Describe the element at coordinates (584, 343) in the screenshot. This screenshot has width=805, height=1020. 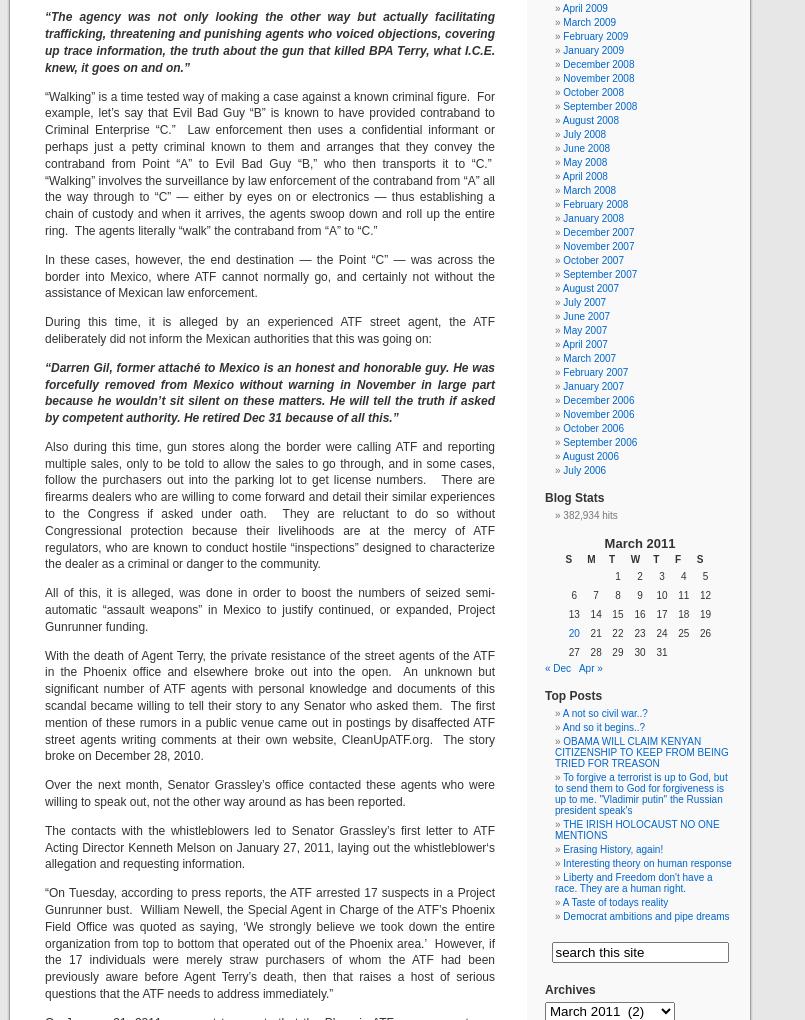
I see `'April 2007'` at that location.